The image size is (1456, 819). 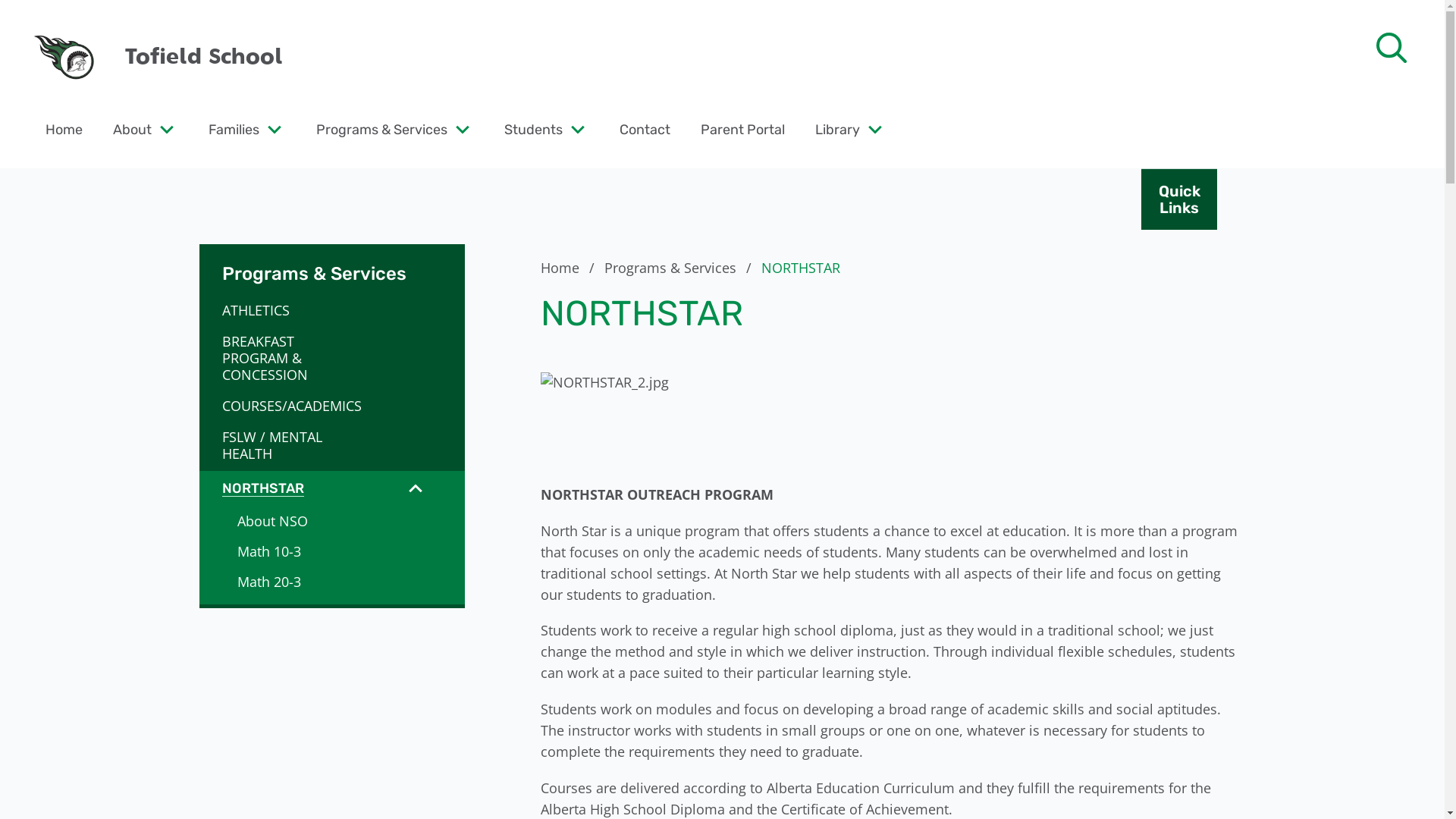 I want to click on 'FSLW / MENTAL HEALTH', so click(x=287, y=444).